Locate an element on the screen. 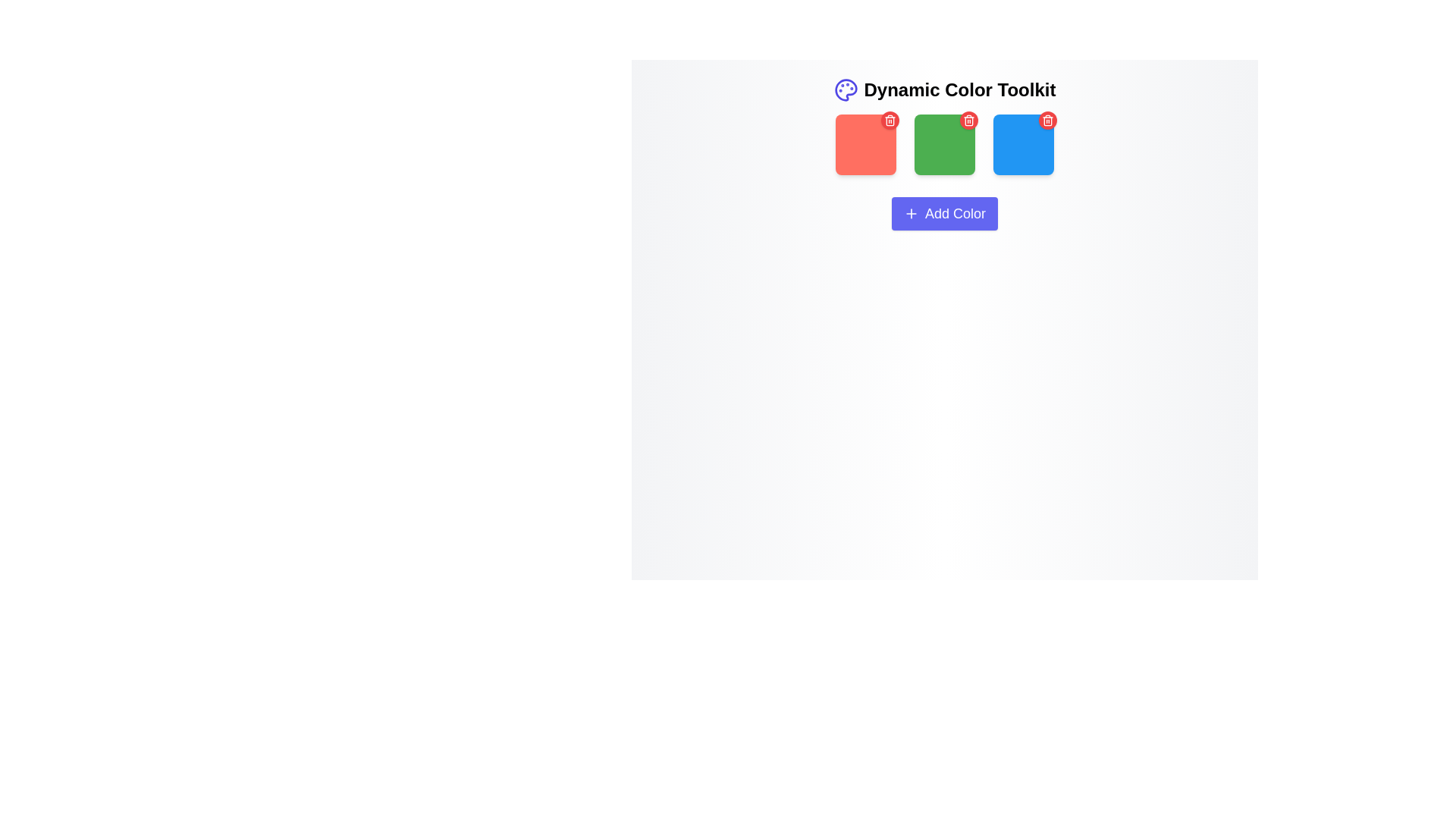 The height and width of the screenshot is (819, 1456). the circular red button with a white trash bin icon located in the top-right corner of the green square to observe the hover effect is located at coordinates (968, 119).